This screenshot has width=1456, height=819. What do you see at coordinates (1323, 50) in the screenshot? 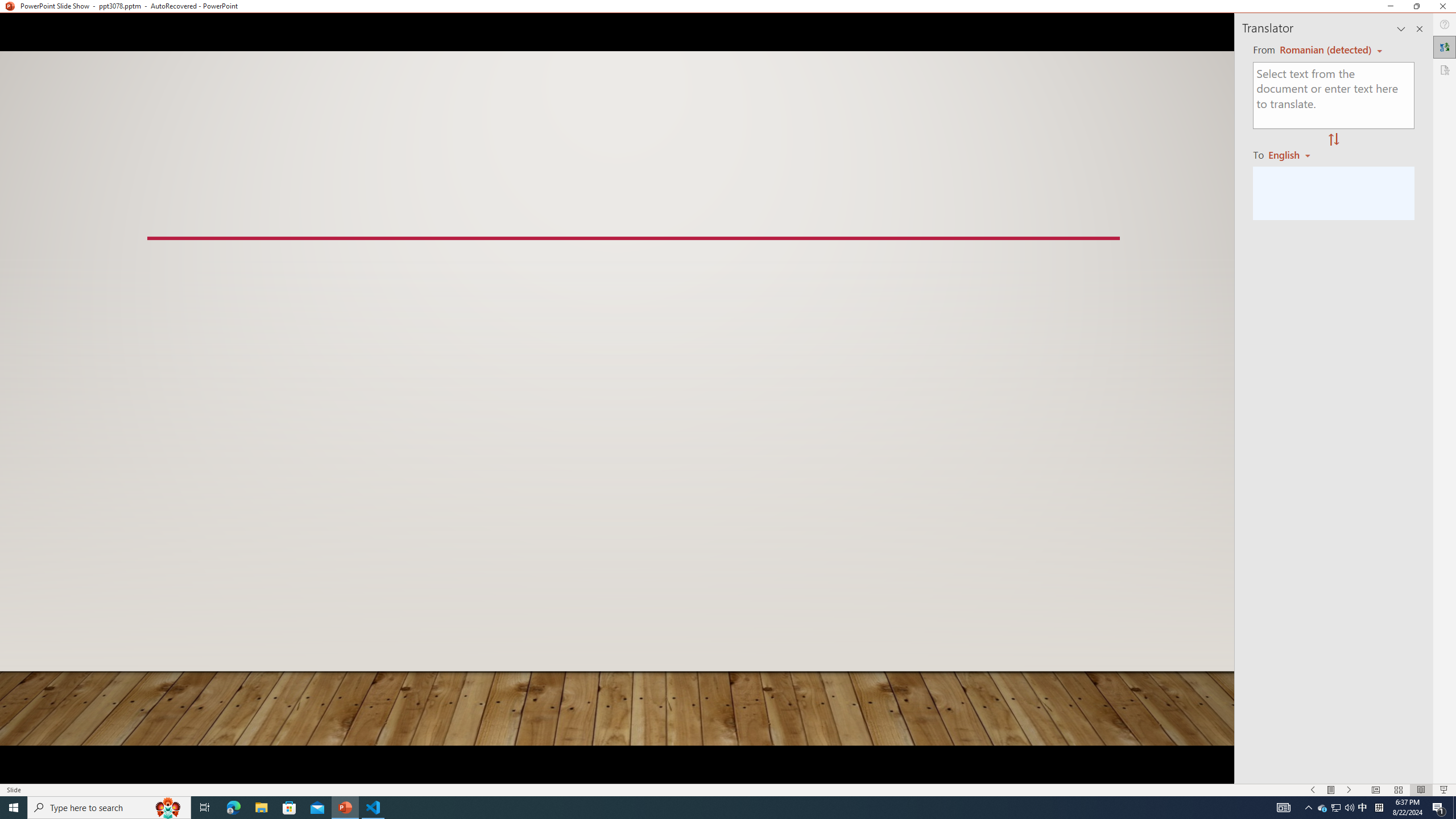
I see `'Romanian (detected)'` at bounding box center [1323, 50].